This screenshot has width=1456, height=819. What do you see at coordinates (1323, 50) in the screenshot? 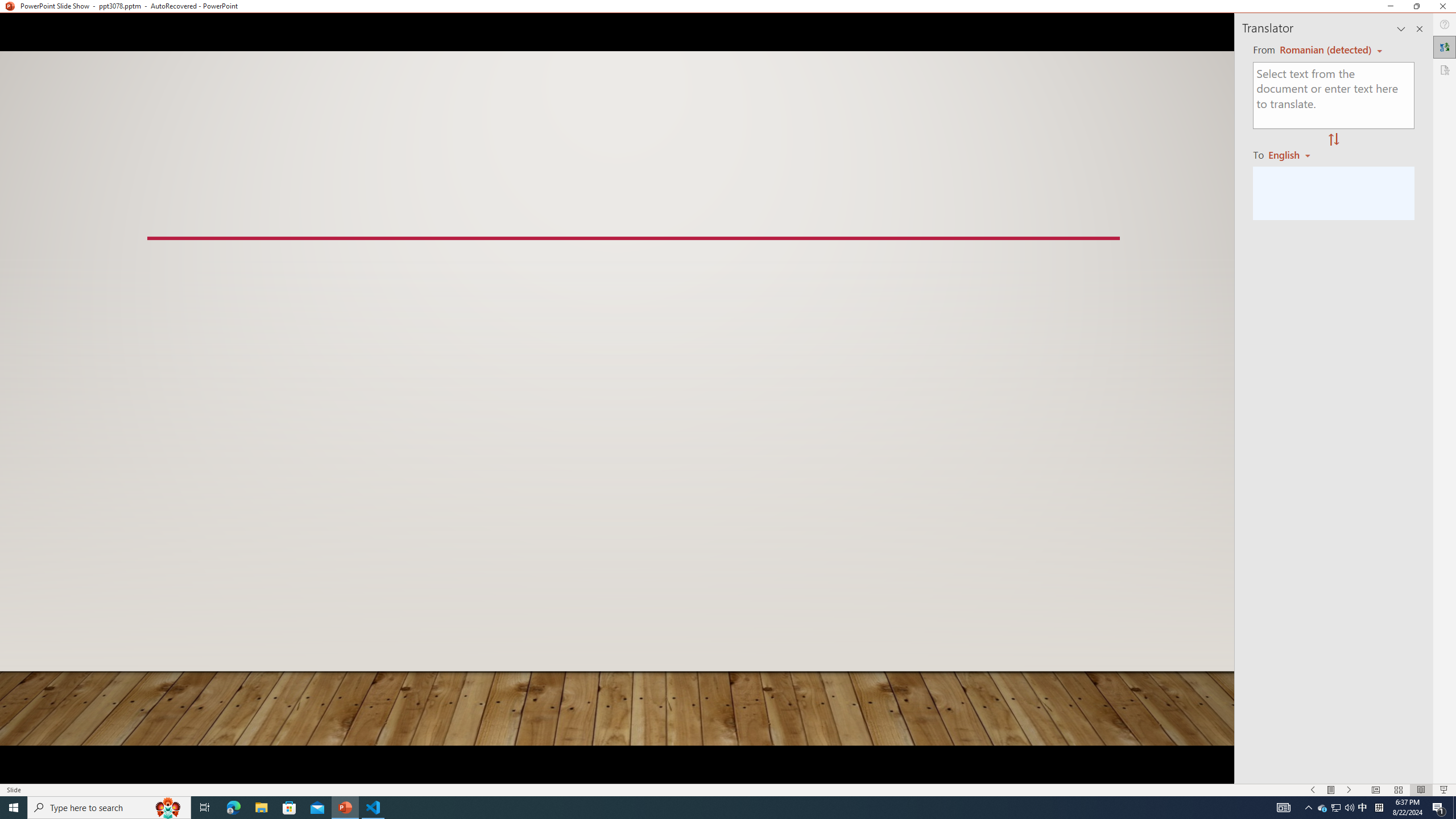
I see `'Romanian (detected)'` at bounding box center [1323, 50].